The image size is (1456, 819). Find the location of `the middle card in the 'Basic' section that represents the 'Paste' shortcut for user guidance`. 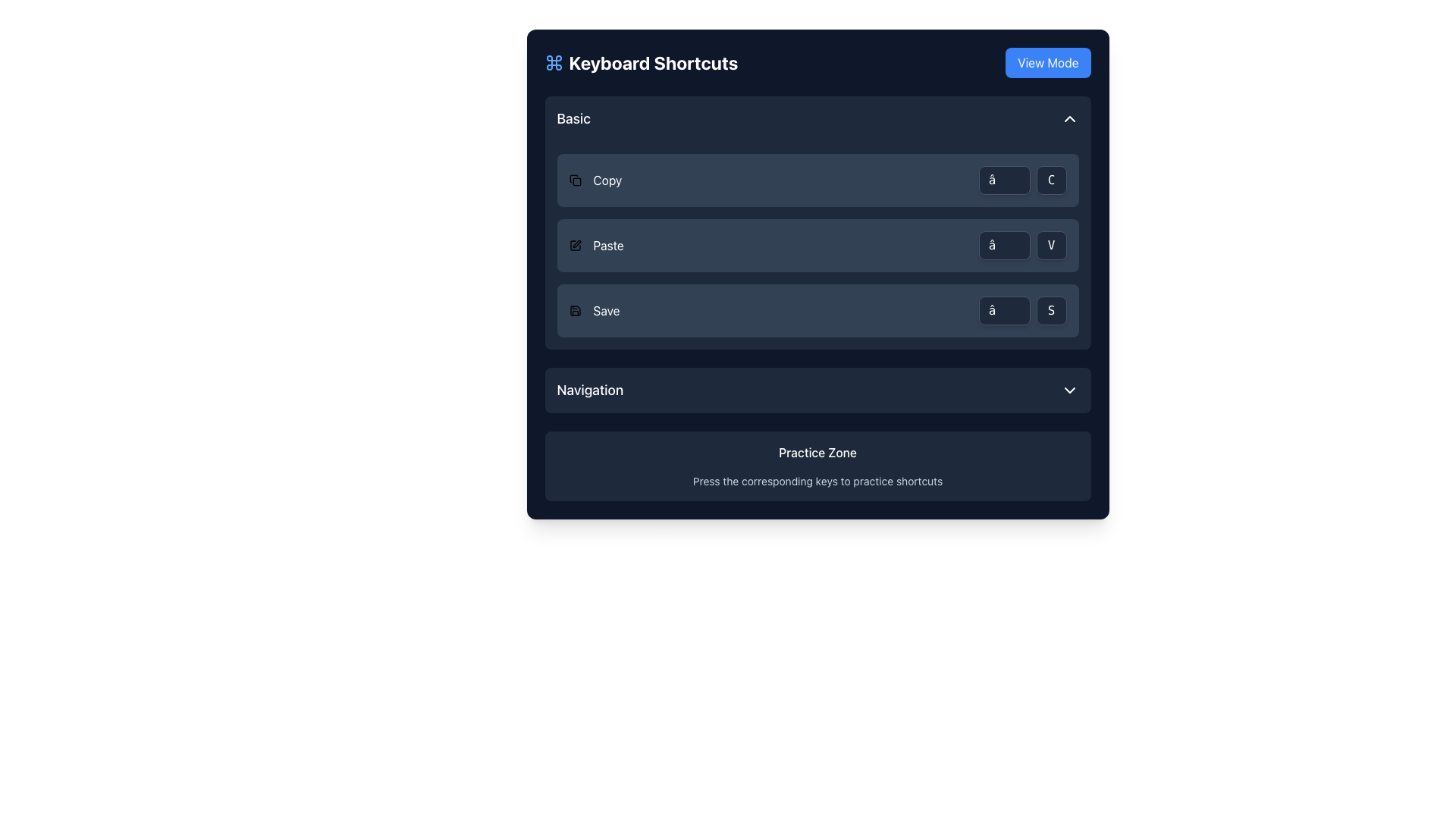

the middle card in the 'Basic' section that represents the 'Paste' shortcut for user guidance is located at coordinates (817, 245).